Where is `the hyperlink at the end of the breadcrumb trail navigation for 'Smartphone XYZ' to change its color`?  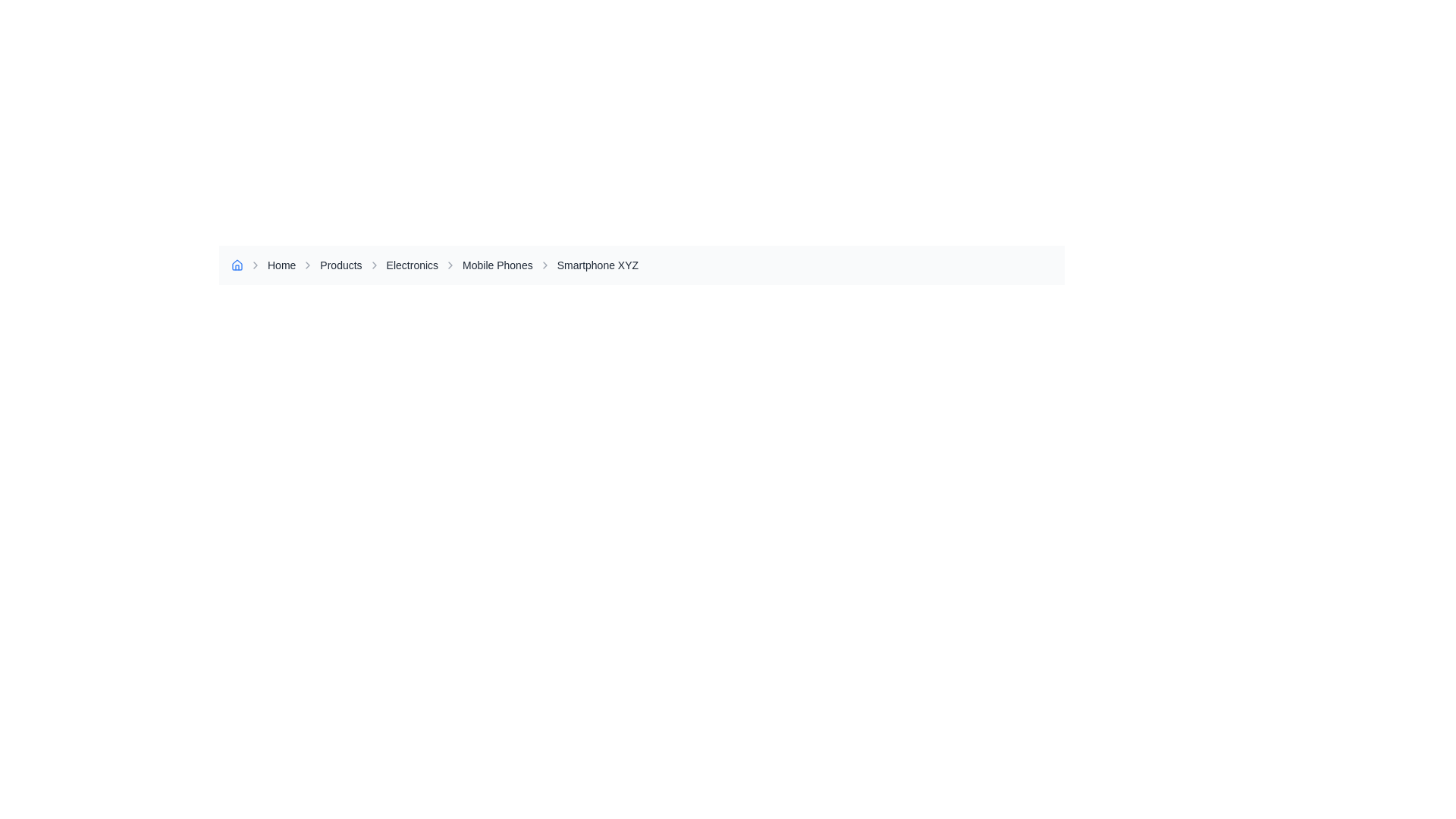 the hyperlink at the end of the breadcrumb trail navigation for 'Smartphone XYZ' to change its color is located at coordinates (597, 265).